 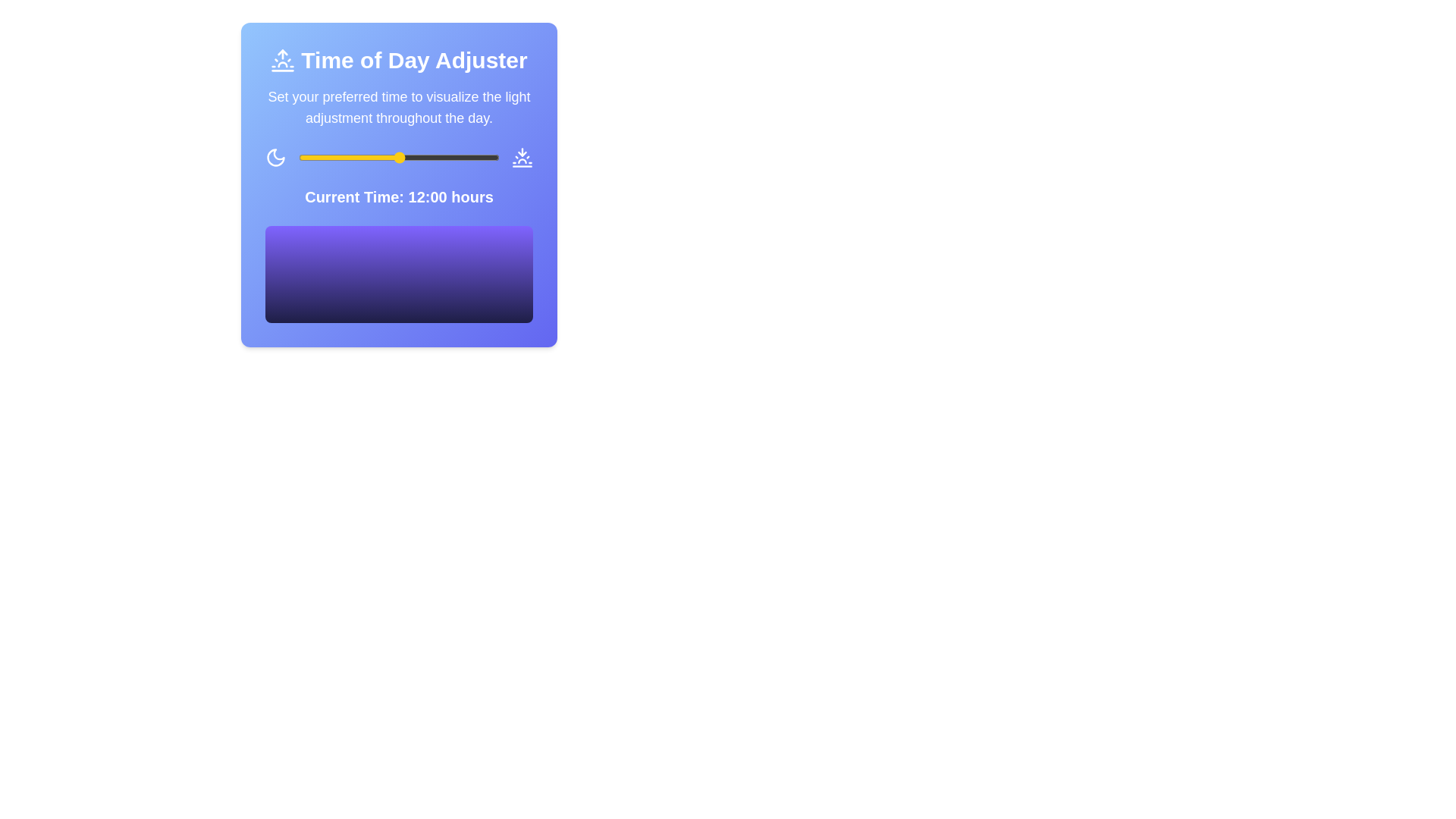 What do you see at coordinates (356, 158) in the screenshot?
I see `the time slider to set the time to 7 hours` at bounding box center [356, 158].